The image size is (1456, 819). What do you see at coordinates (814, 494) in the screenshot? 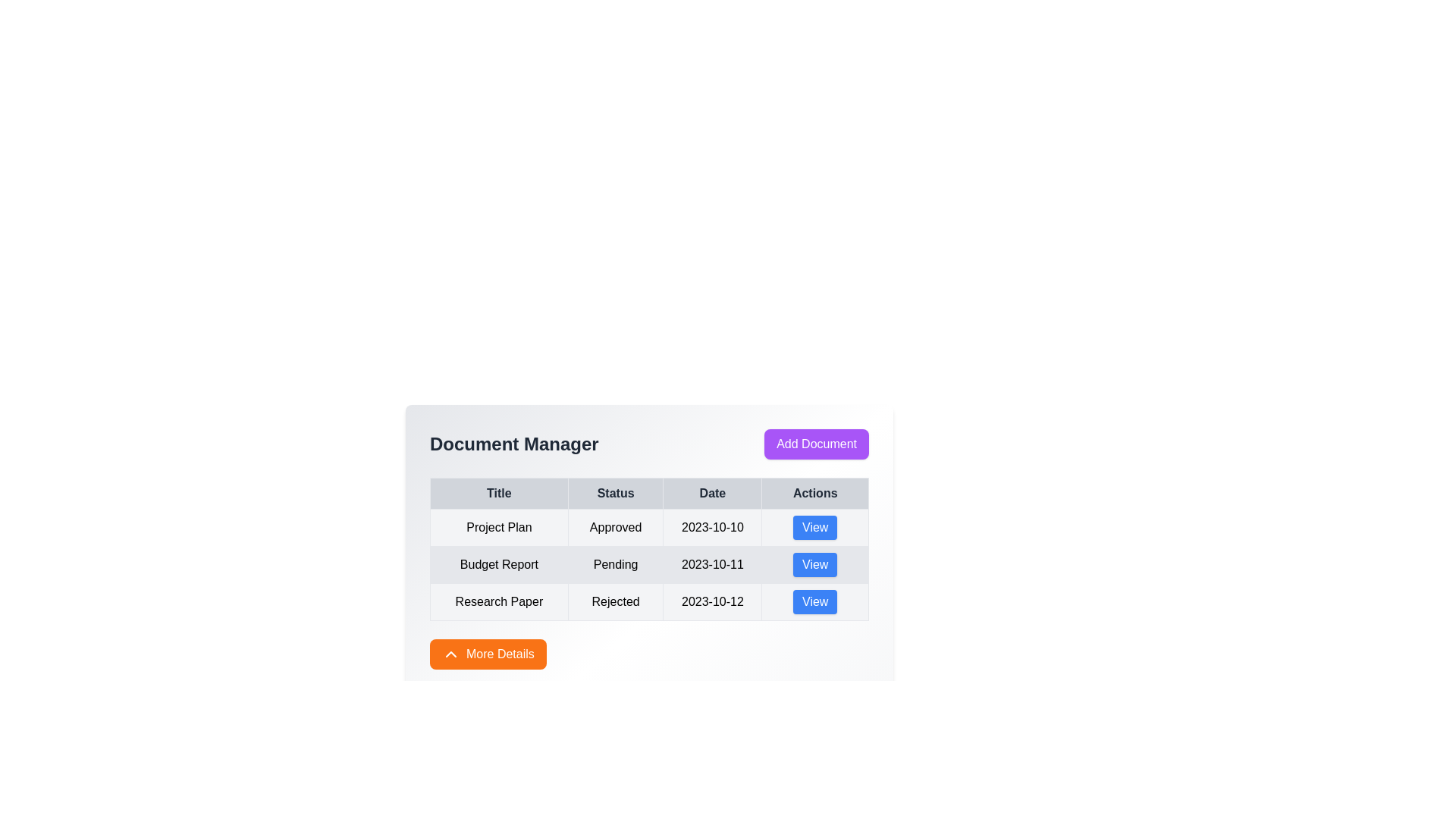
I see `the 'Actions' column header cell in the table, which is the fourth header cell positioned to the far right of the header row` at bounding box center [814, 494].